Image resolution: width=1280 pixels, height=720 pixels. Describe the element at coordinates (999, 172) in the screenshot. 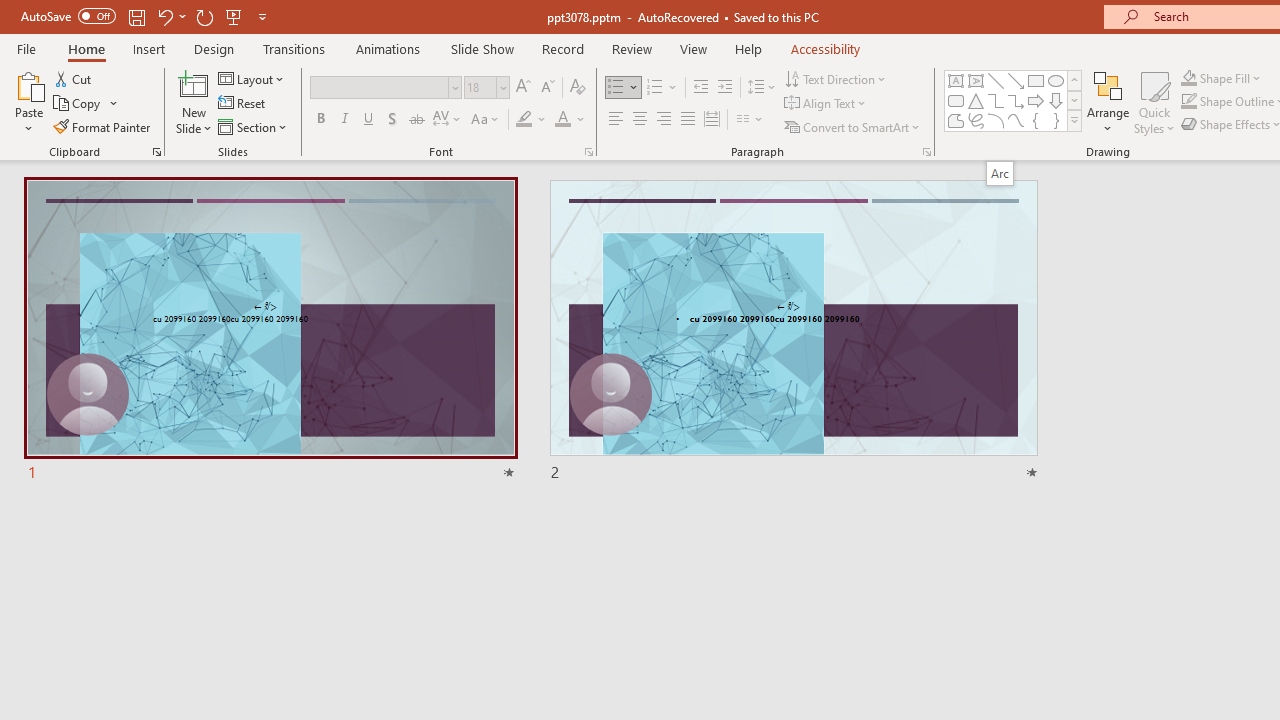

I see `'Arc'` at that location.